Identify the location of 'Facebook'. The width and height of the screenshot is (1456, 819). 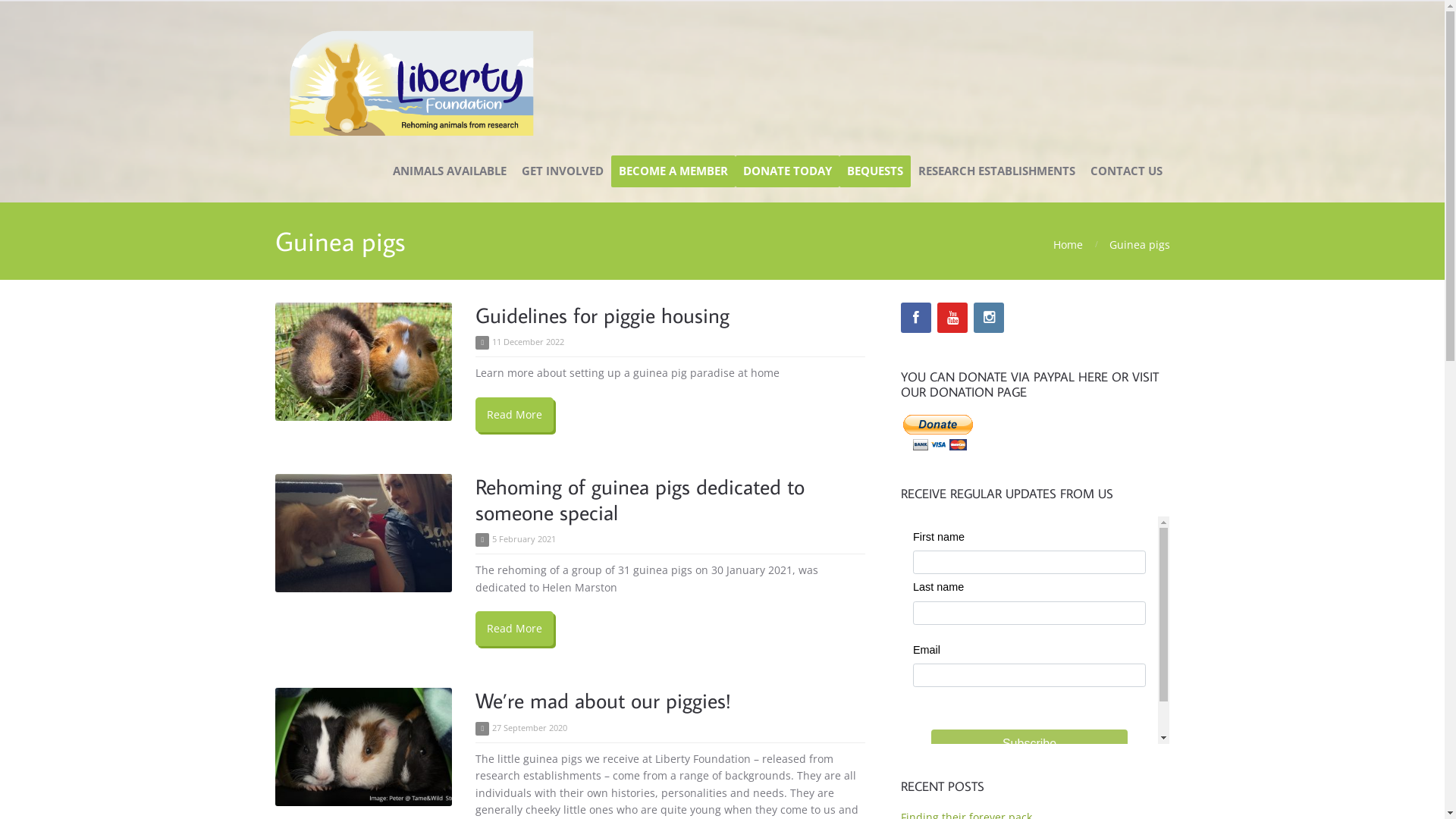
(915, 317).